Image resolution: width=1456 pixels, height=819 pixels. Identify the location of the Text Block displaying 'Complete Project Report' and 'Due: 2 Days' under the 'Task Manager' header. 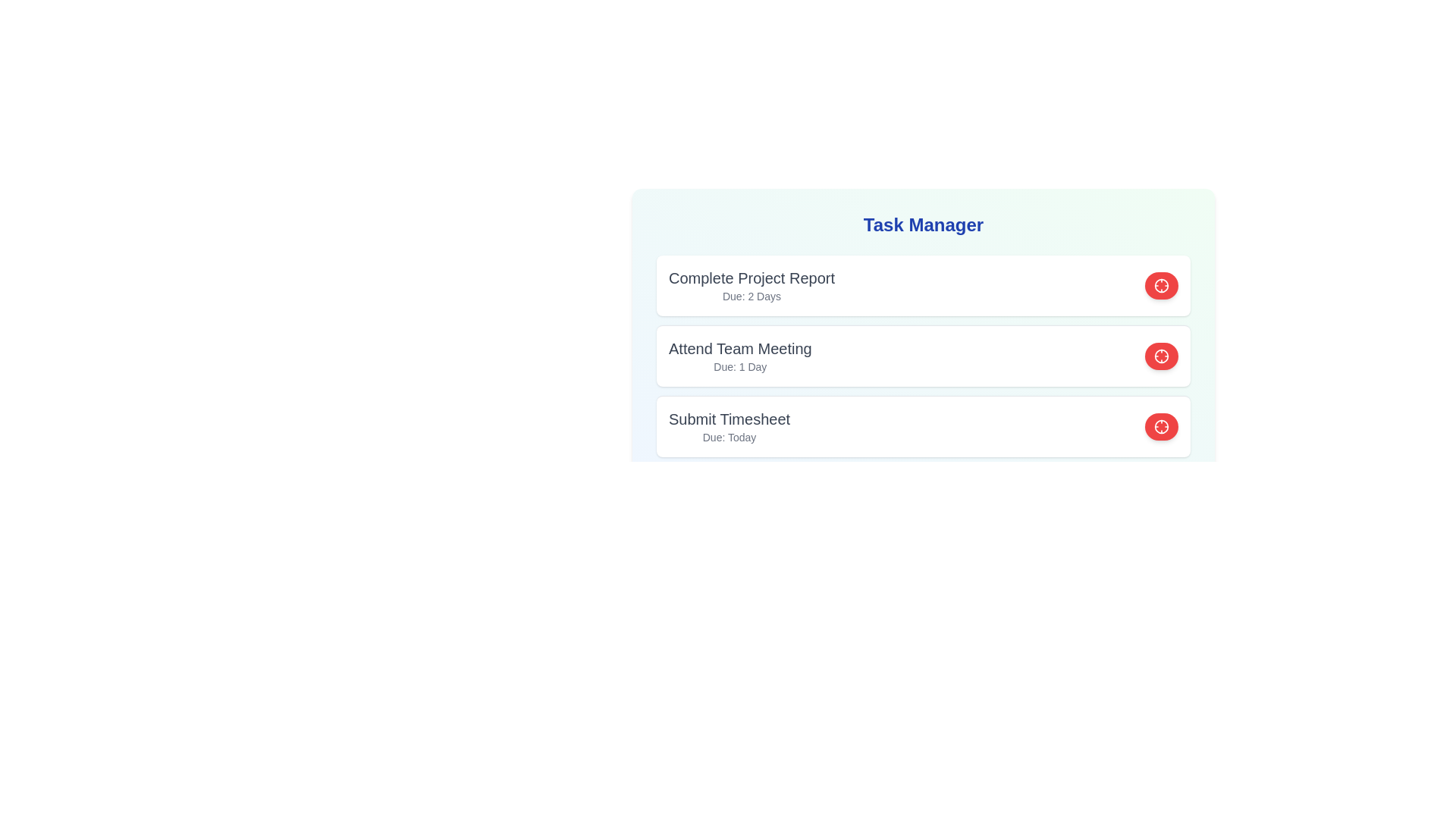
(752, 286).